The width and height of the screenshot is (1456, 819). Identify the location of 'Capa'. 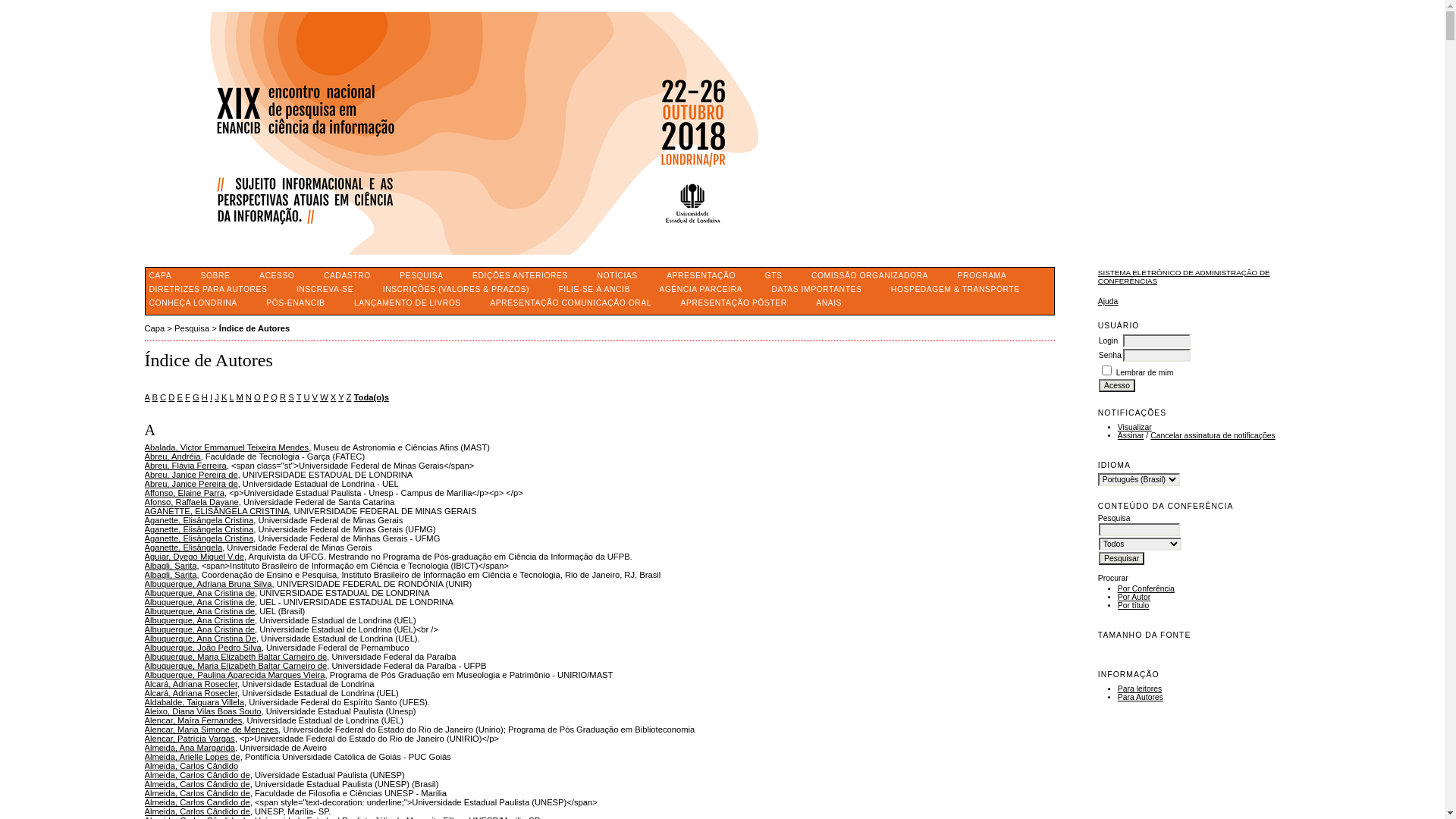
(154, 327).